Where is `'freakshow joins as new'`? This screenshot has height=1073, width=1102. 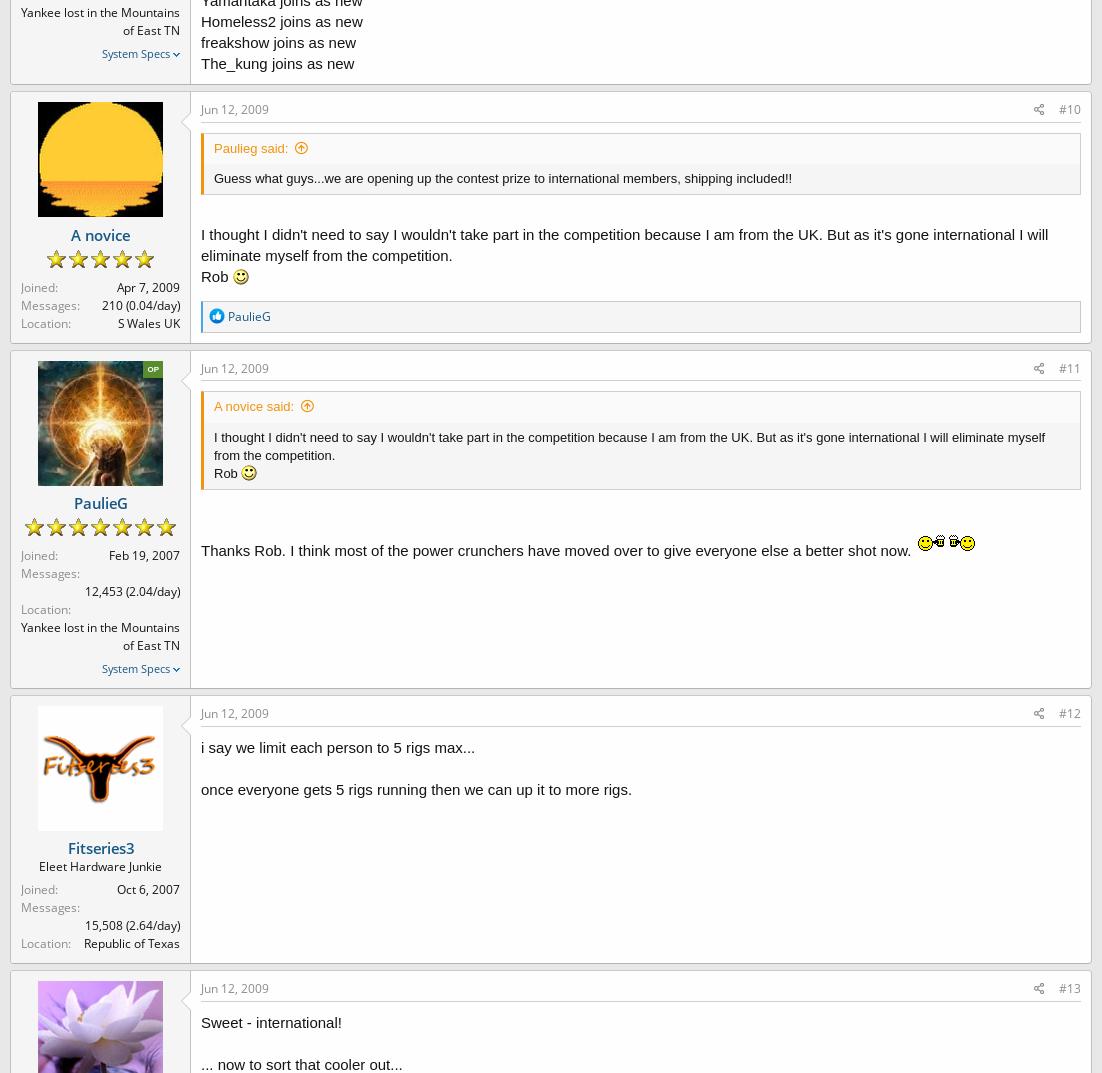 'freakshow joins as new' is located at coordinates (278, 41).